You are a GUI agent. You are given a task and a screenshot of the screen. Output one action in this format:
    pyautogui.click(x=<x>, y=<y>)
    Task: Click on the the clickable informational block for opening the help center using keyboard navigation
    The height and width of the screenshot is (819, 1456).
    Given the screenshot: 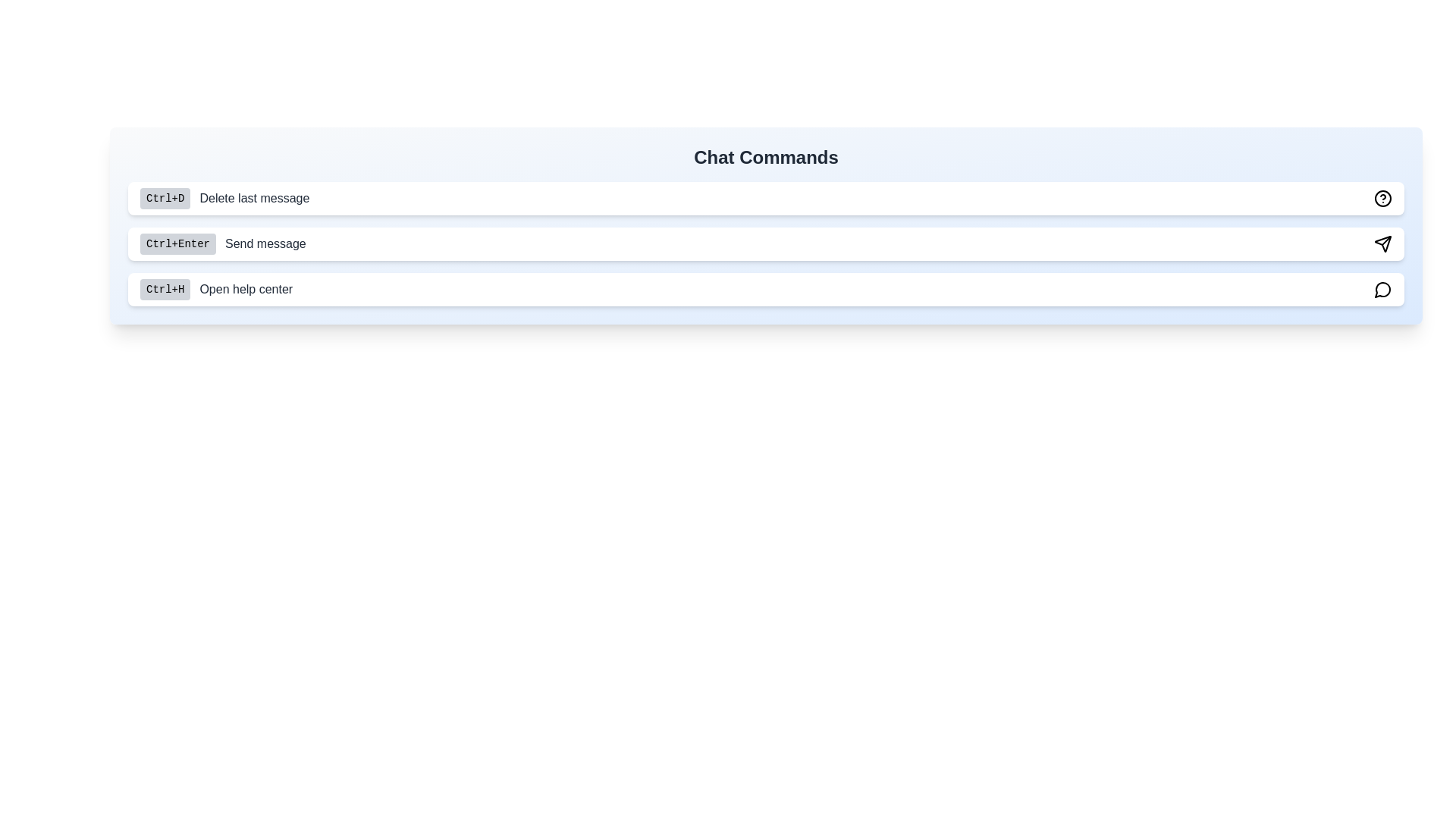 What is the action you would take?
    pyautogui.click(x=766, y=289)
    